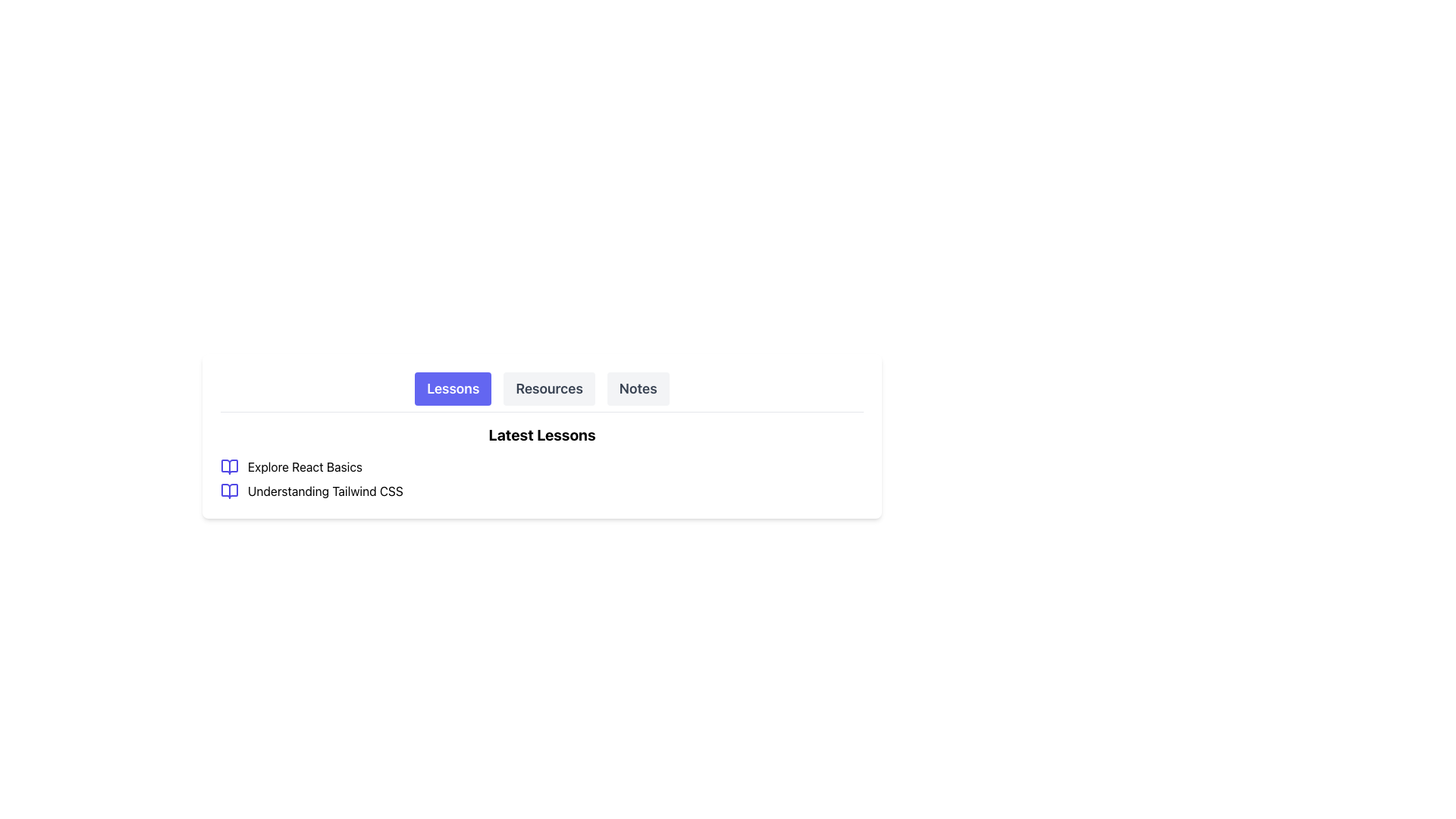  Describe the element at coordinates (228, 491) in the screenshot. I see `the open book icon with a purple stroke located below the 'Latest Lessons' section, specifically the second entry in the vertical list` at that location.